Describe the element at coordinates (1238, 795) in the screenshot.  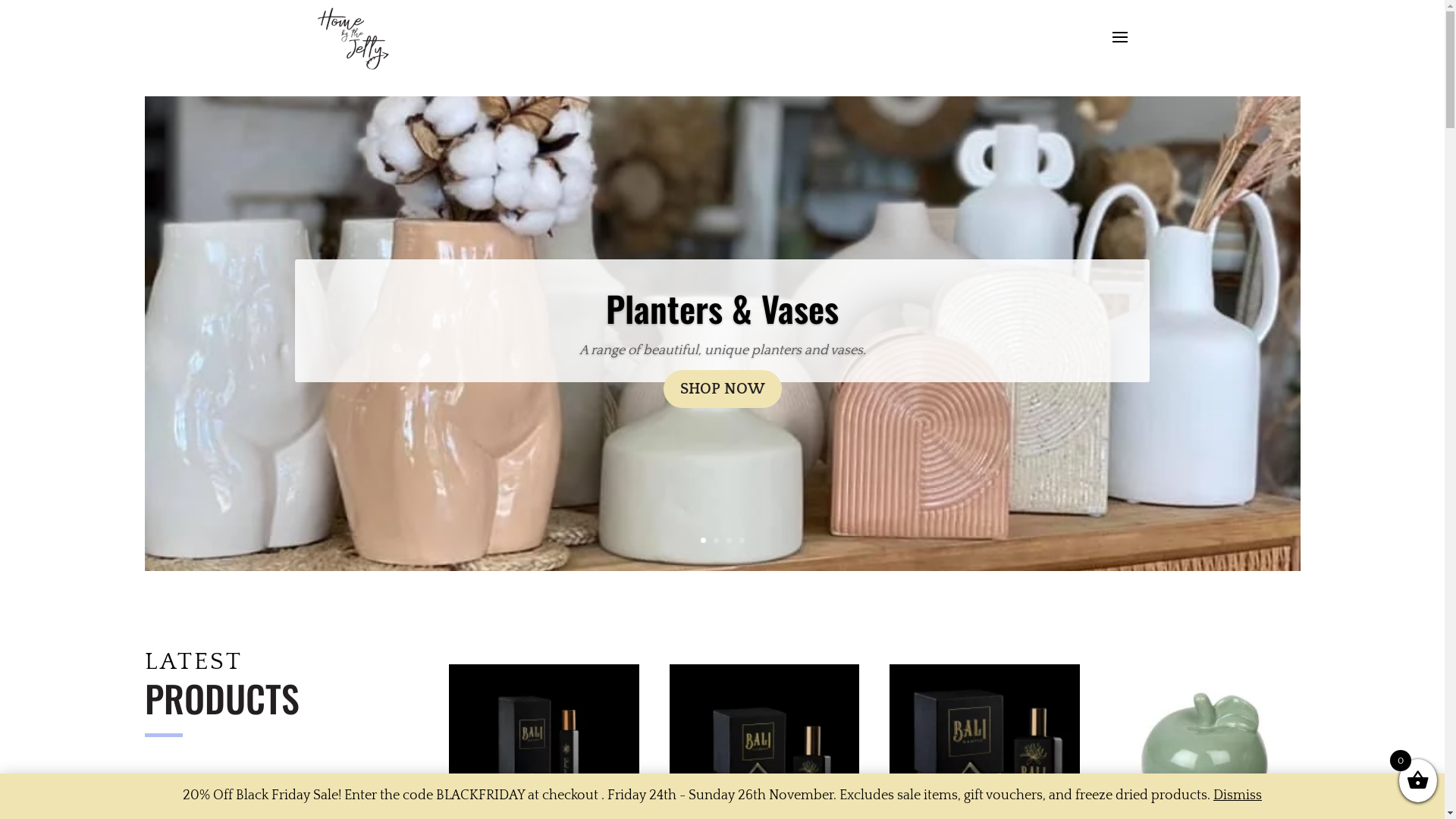
I see `'Dismiss'` at that location.